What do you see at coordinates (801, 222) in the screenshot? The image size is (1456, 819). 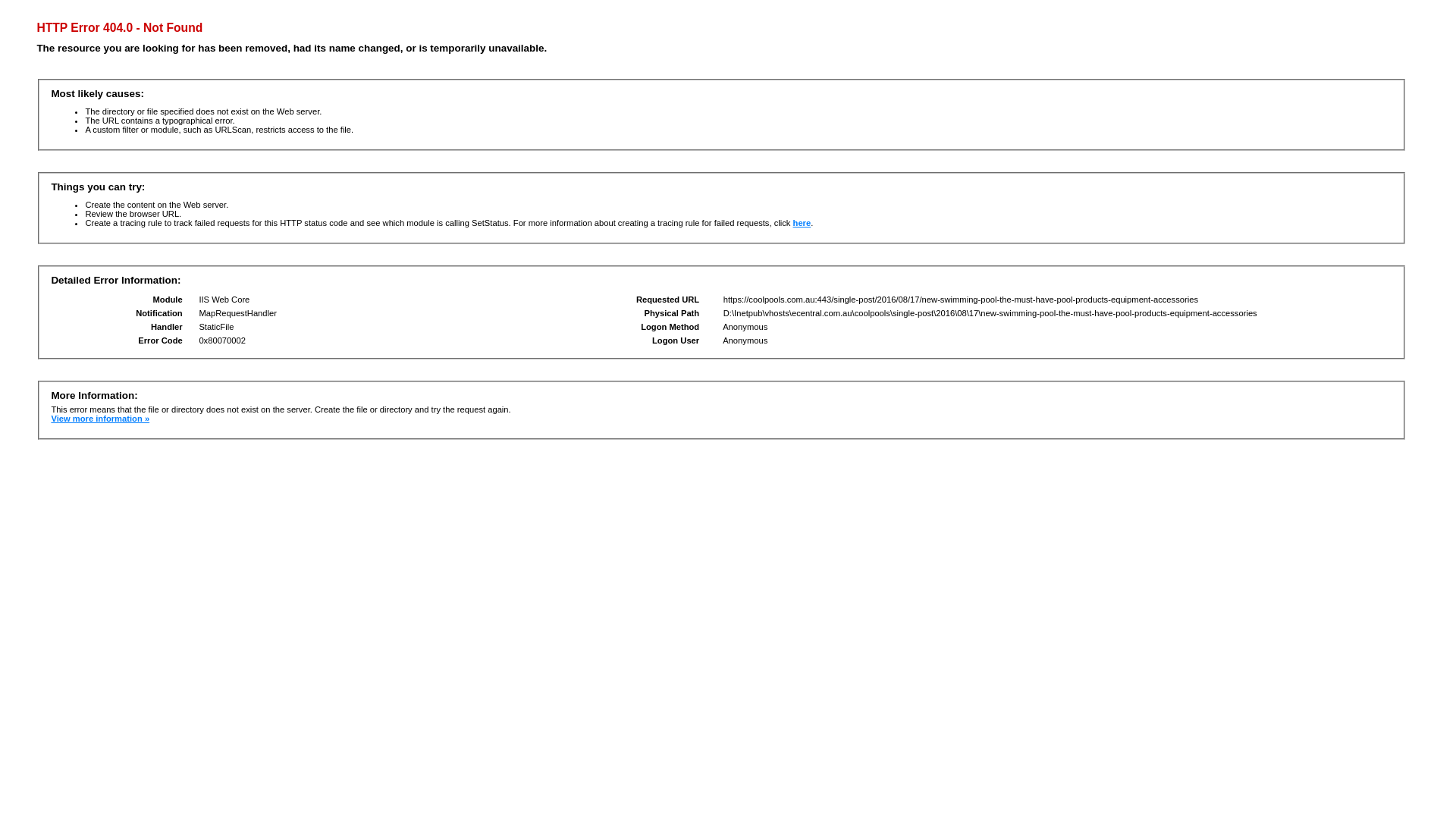 I see `'here'` at bounding box center [801, 222].